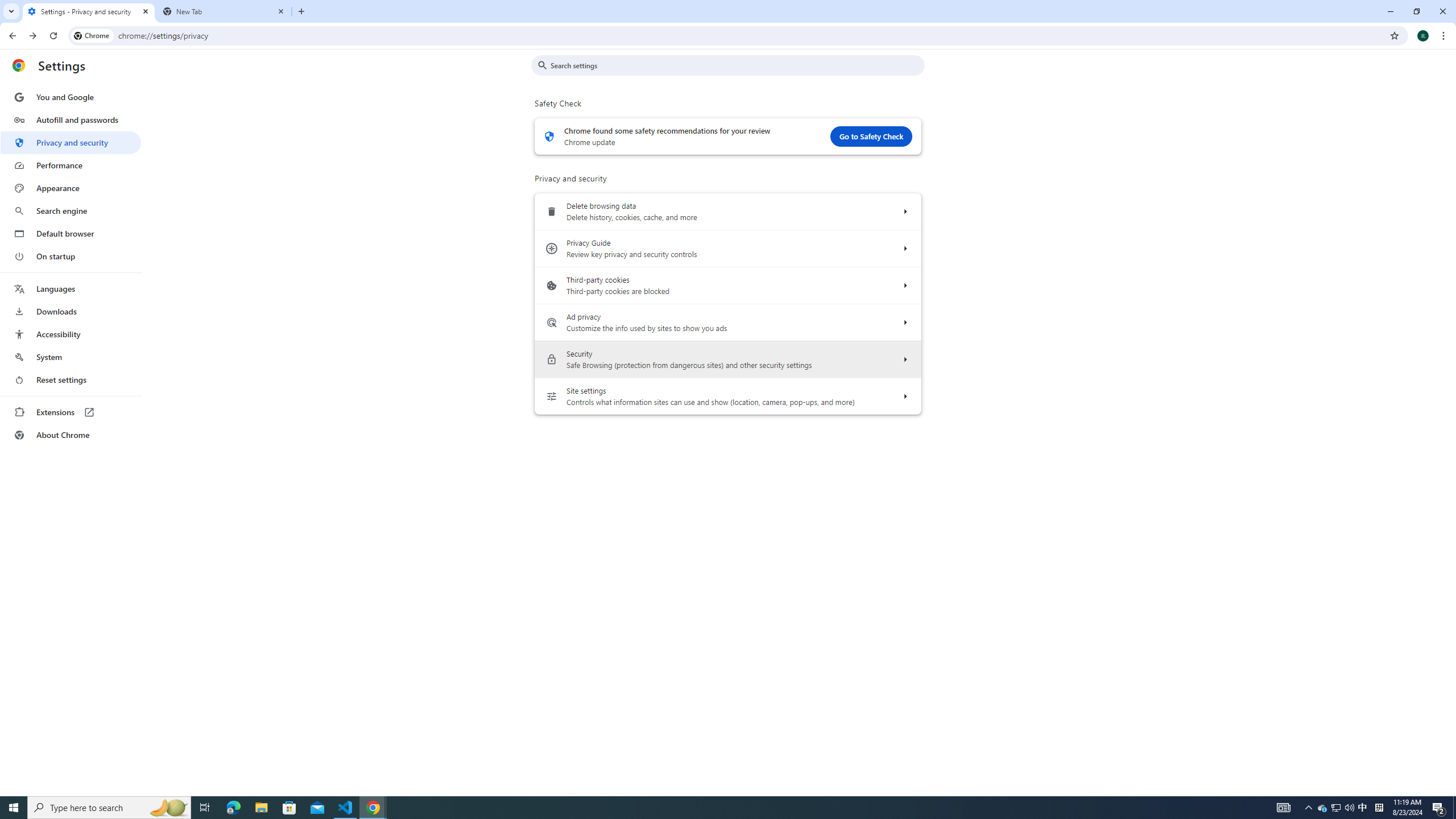 The width and height of the screenshot is (1456, 819). Describe the element at coordinates (70, 412) in the screenshot. I see `'Extensions'` at that location.